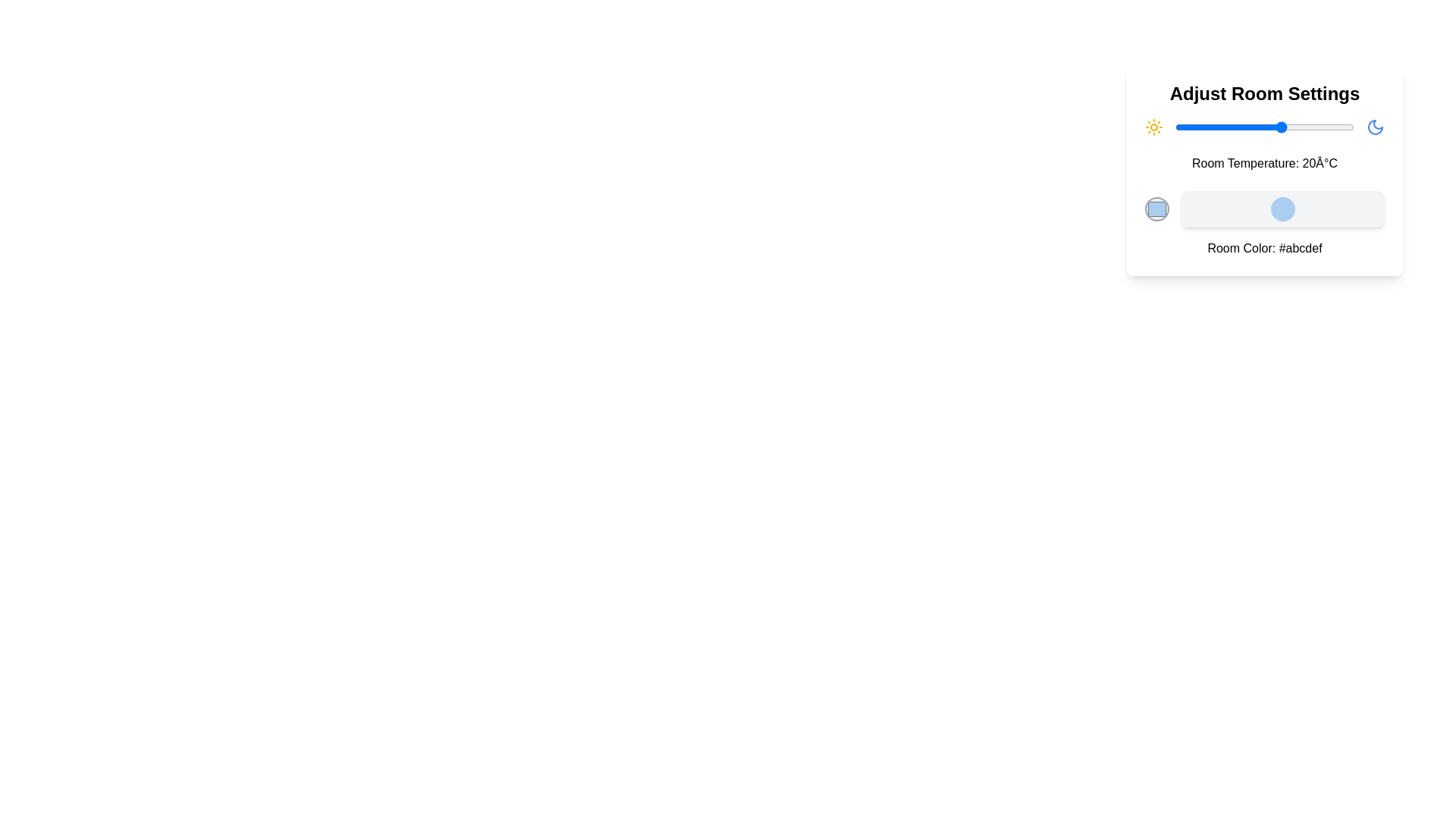 The image size is (1456, 819). What do you see at coordinates (1303, 127) in the screenshot?
I see `the temperature slider to set the temperature to 26°C` at bounding box center [1303, 127].